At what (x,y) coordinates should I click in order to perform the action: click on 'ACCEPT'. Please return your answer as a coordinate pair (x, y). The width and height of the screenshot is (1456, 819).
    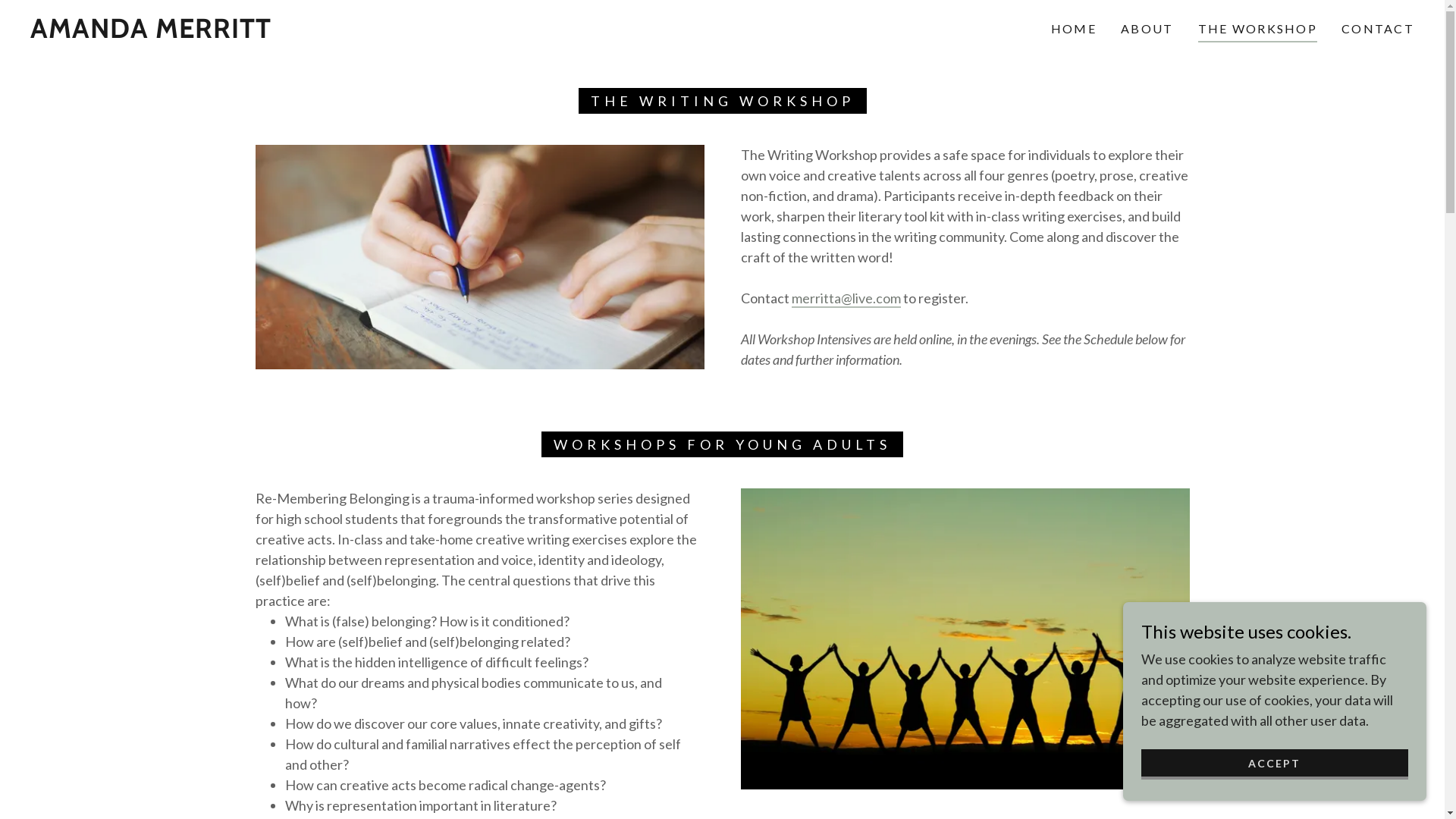
    Looking at the image, I should click on (1274, 764).